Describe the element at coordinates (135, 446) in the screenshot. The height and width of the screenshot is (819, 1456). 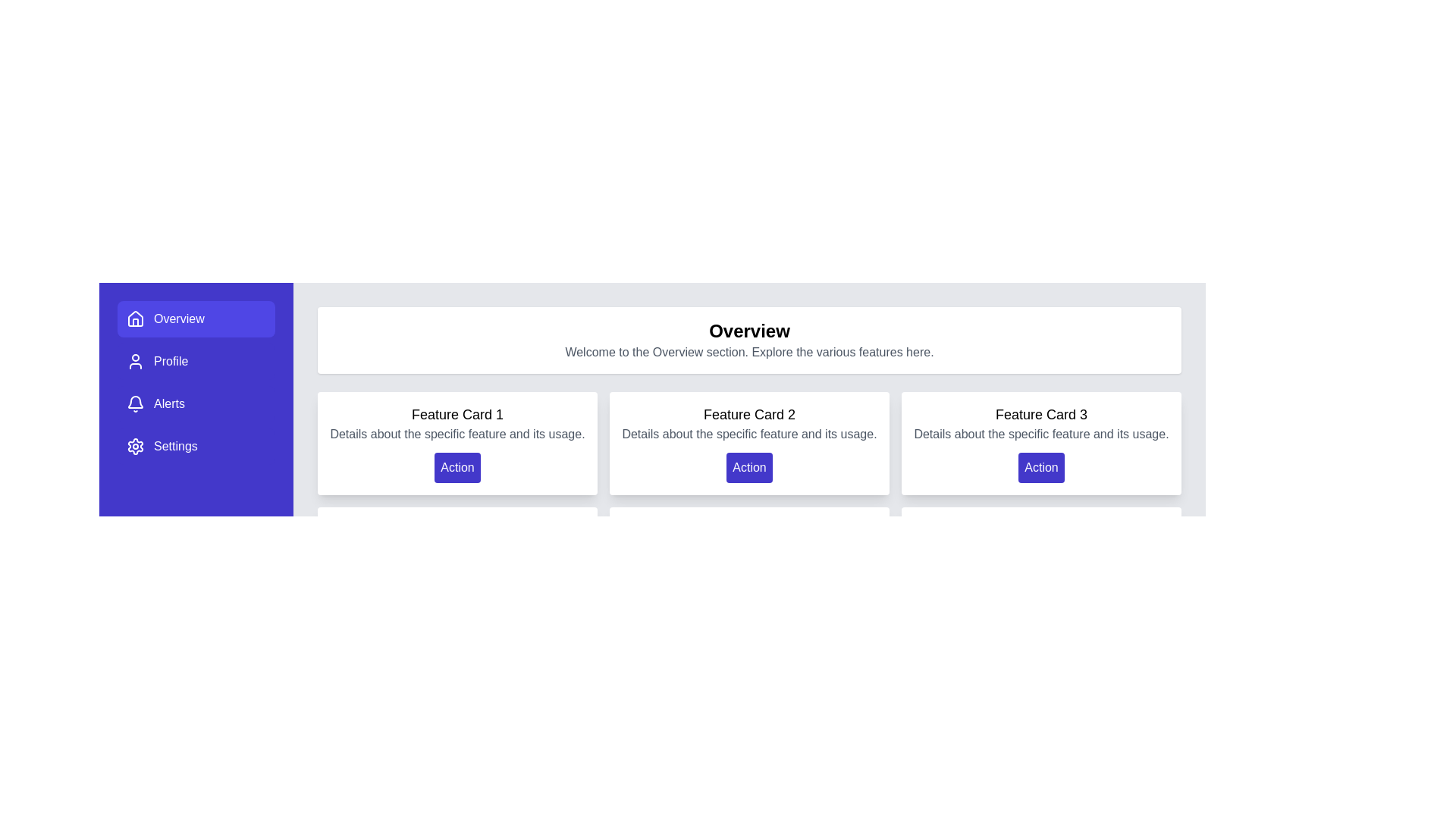
I see `the cogwheel icon located in the left sidebar navigation, which is the fourth element in the list` at that location.